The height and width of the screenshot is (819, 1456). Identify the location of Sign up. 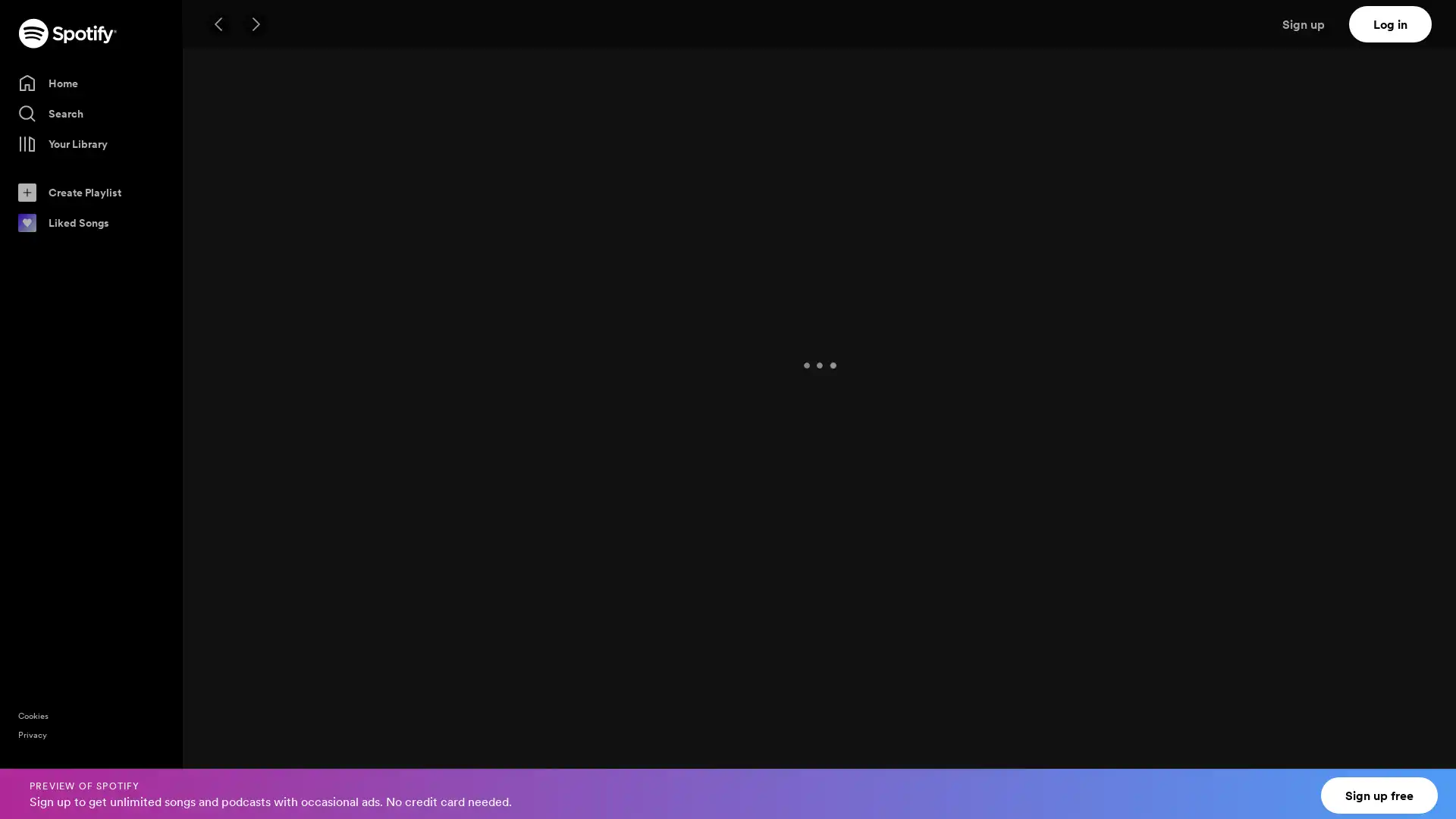
(1312, 24).